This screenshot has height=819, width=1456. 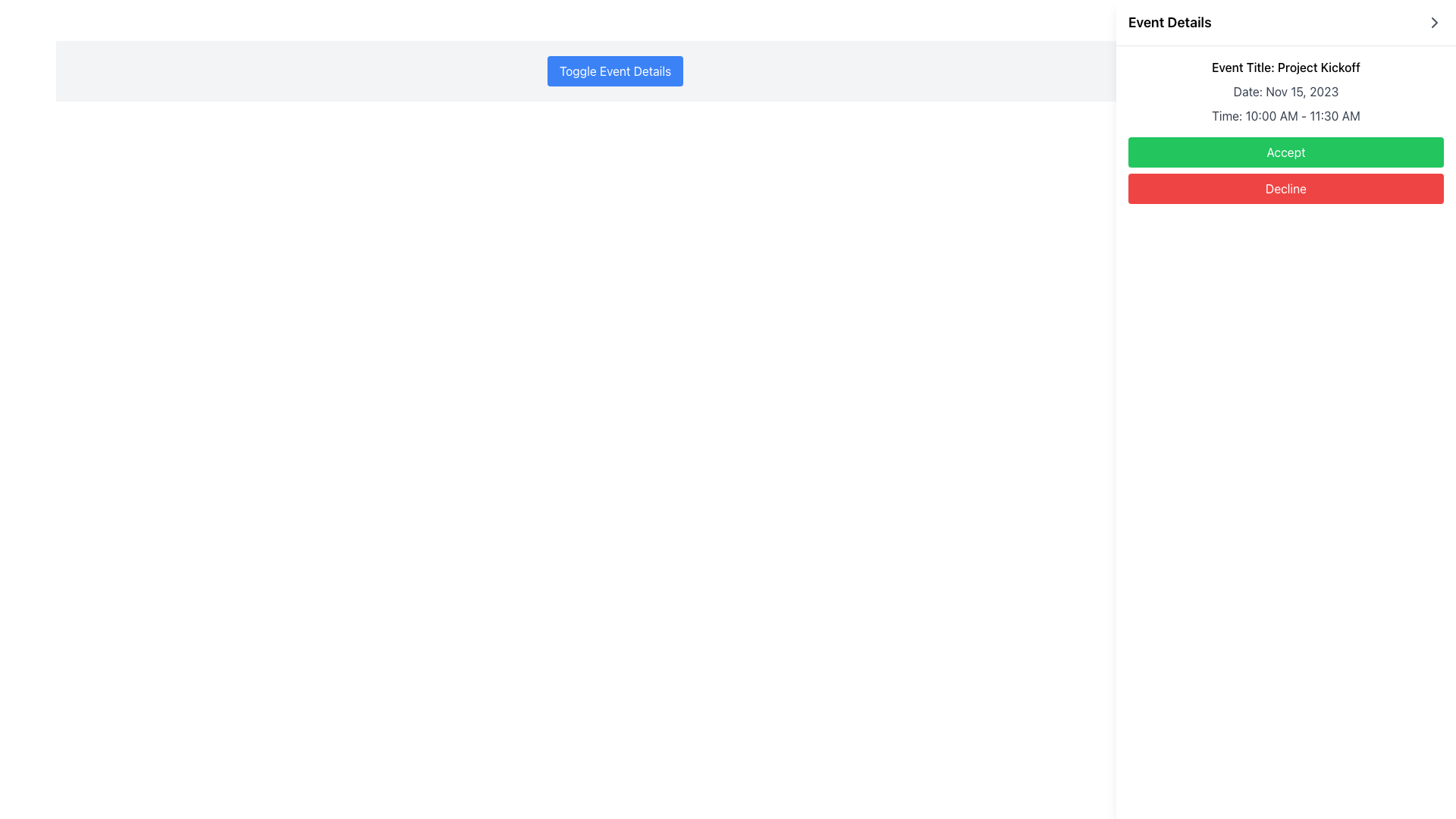 I want to click on the text label displaying 'Time: 10:00 AM - 11:30 AM', which is located in the 'Event Details' section, positioned above the 'Accept' and 'Decline' buttons, so click(x=1285, y=115).